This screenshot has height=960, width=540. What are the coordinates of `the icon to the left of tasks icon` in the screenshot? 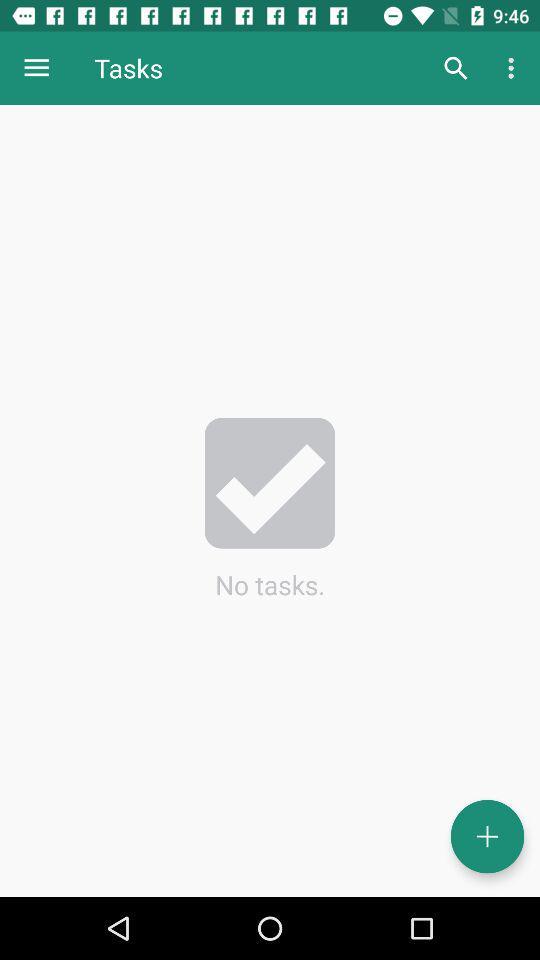 It's located at (36, 68).